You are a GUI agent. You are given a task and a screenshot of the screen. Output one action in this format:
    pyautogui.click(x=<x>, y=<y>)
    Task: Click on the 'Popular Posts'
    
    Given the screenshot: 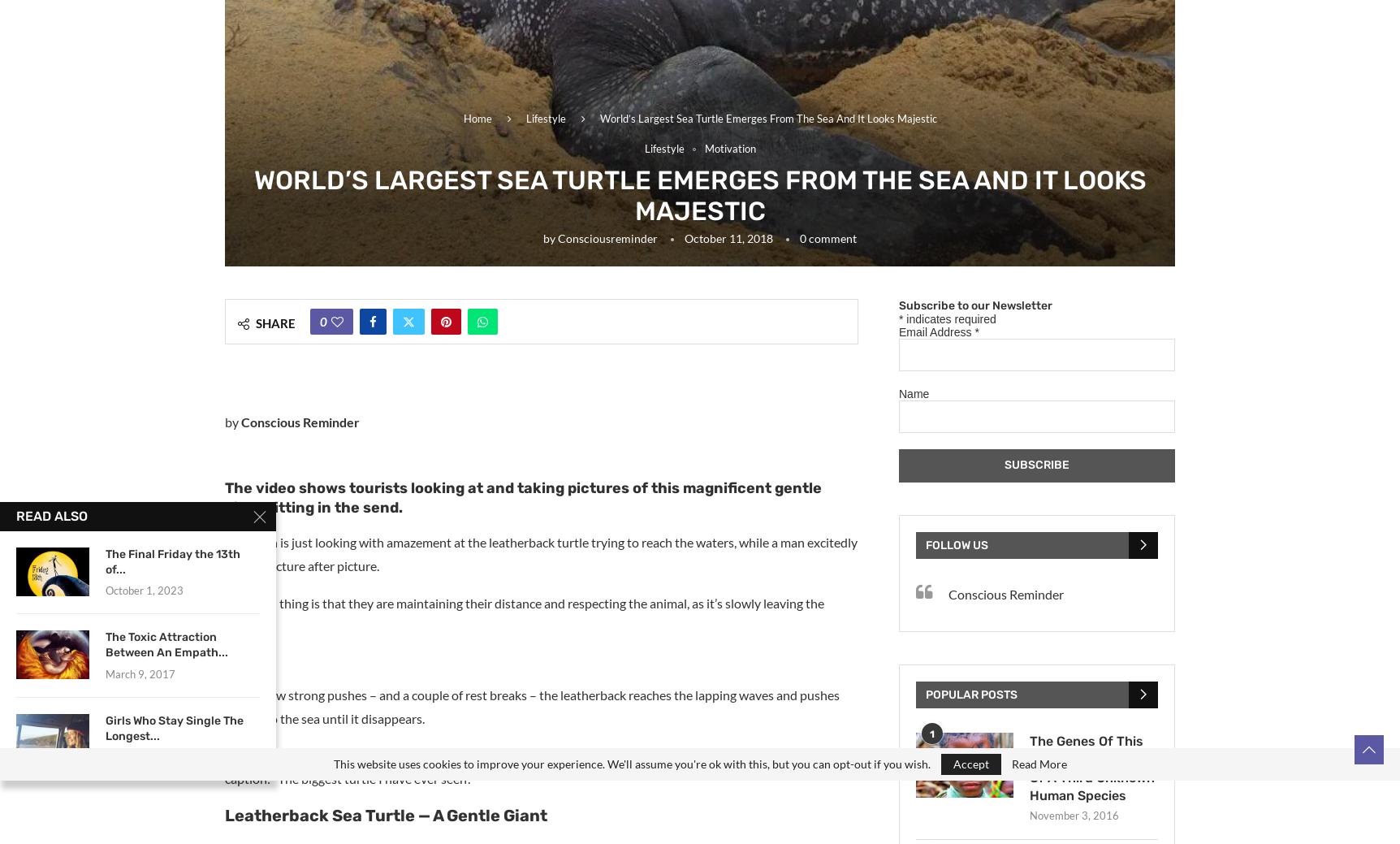 What is the action you would take?
    pyautogui.click(x=971, y=693)
    